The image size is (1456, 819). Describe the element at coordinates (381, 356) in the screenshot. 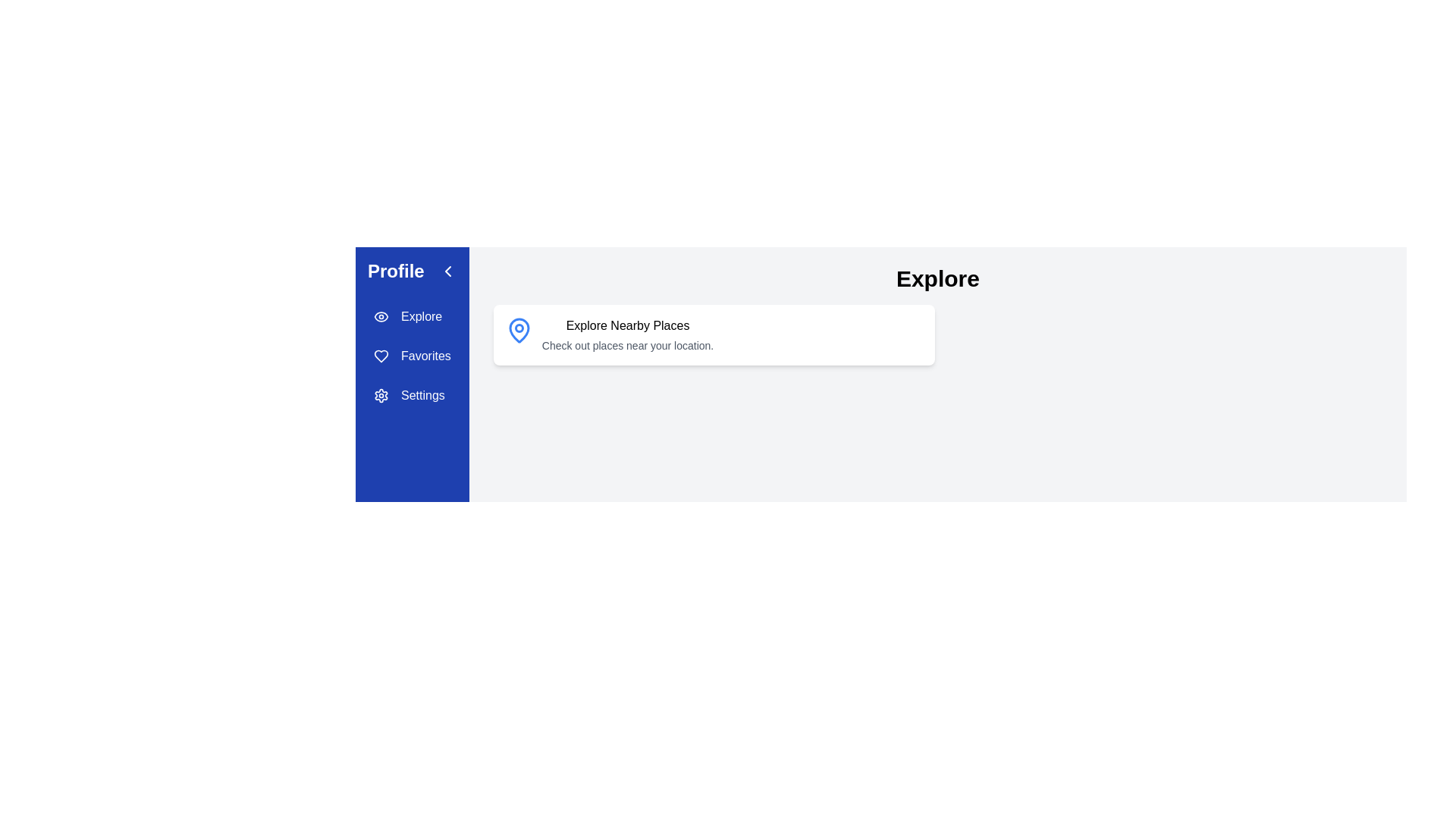

I see `the heart icon representing the 'Favorites' section in the navigation bar, located to the left of the 'Favorites' label` at that location.